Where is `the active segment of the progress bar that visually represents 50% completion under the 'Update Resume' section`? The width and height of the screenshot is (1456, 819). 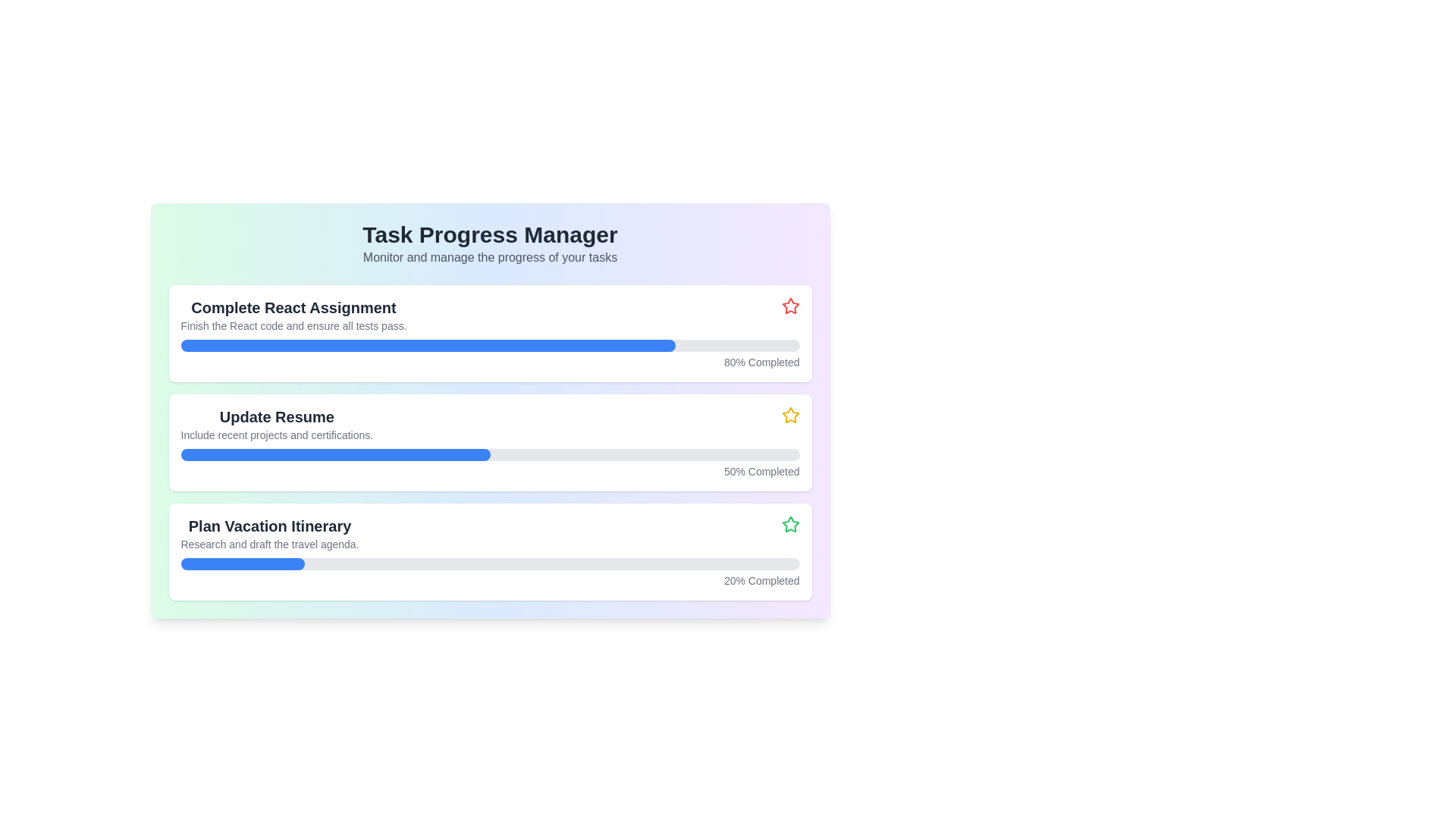
the active segment of the progress bar that visually represents 50% completion under the 'Update Resume' section is located at coordinates (334, 454).